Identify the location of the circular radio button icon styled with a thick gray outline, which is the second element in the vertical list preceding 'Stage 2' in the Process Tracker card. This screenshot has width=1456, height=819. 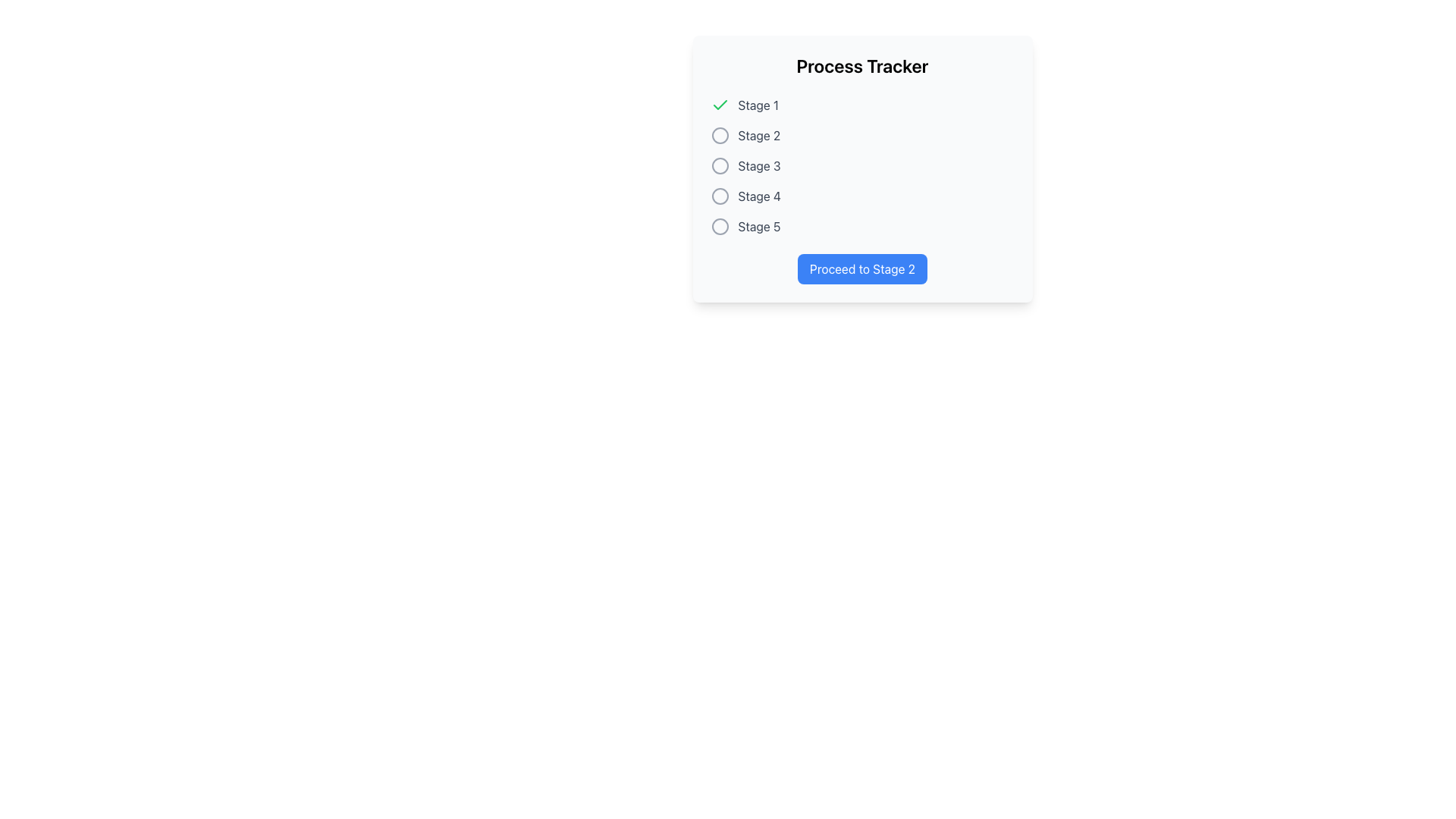
(719, 134).